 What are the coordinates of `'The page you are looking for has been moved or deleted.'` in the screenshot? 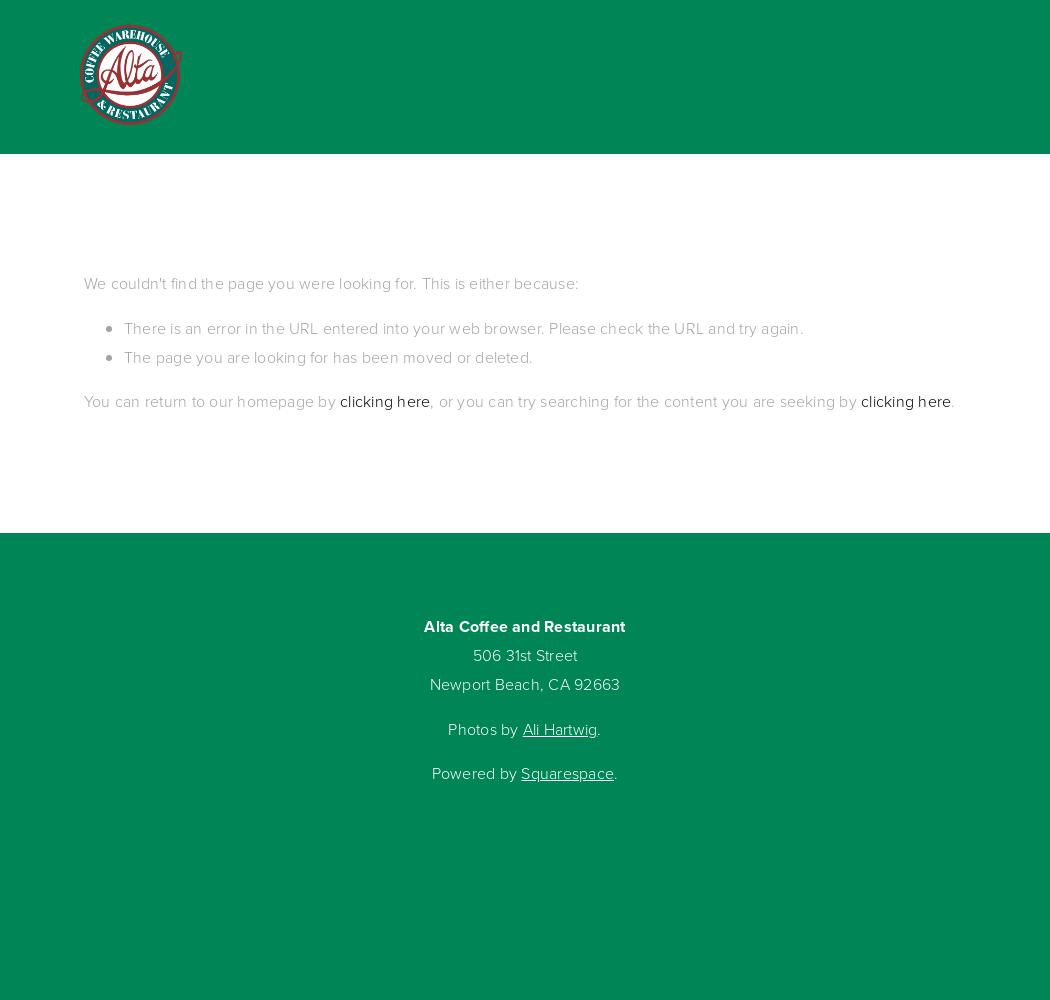 It's located at (328, 355).